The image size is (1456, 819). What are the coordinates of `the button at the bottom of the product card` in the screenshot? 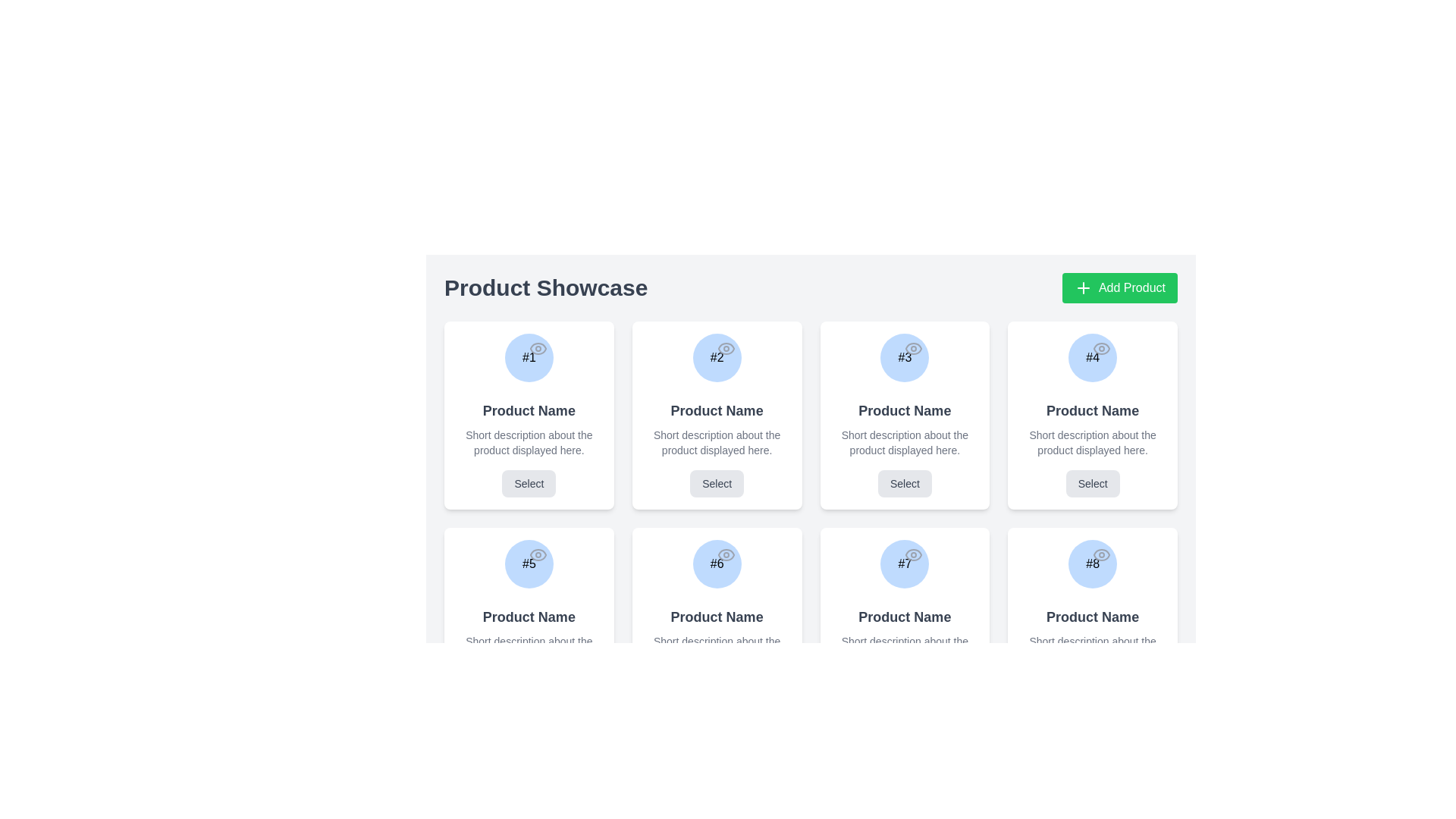 It's located at (529, 483).